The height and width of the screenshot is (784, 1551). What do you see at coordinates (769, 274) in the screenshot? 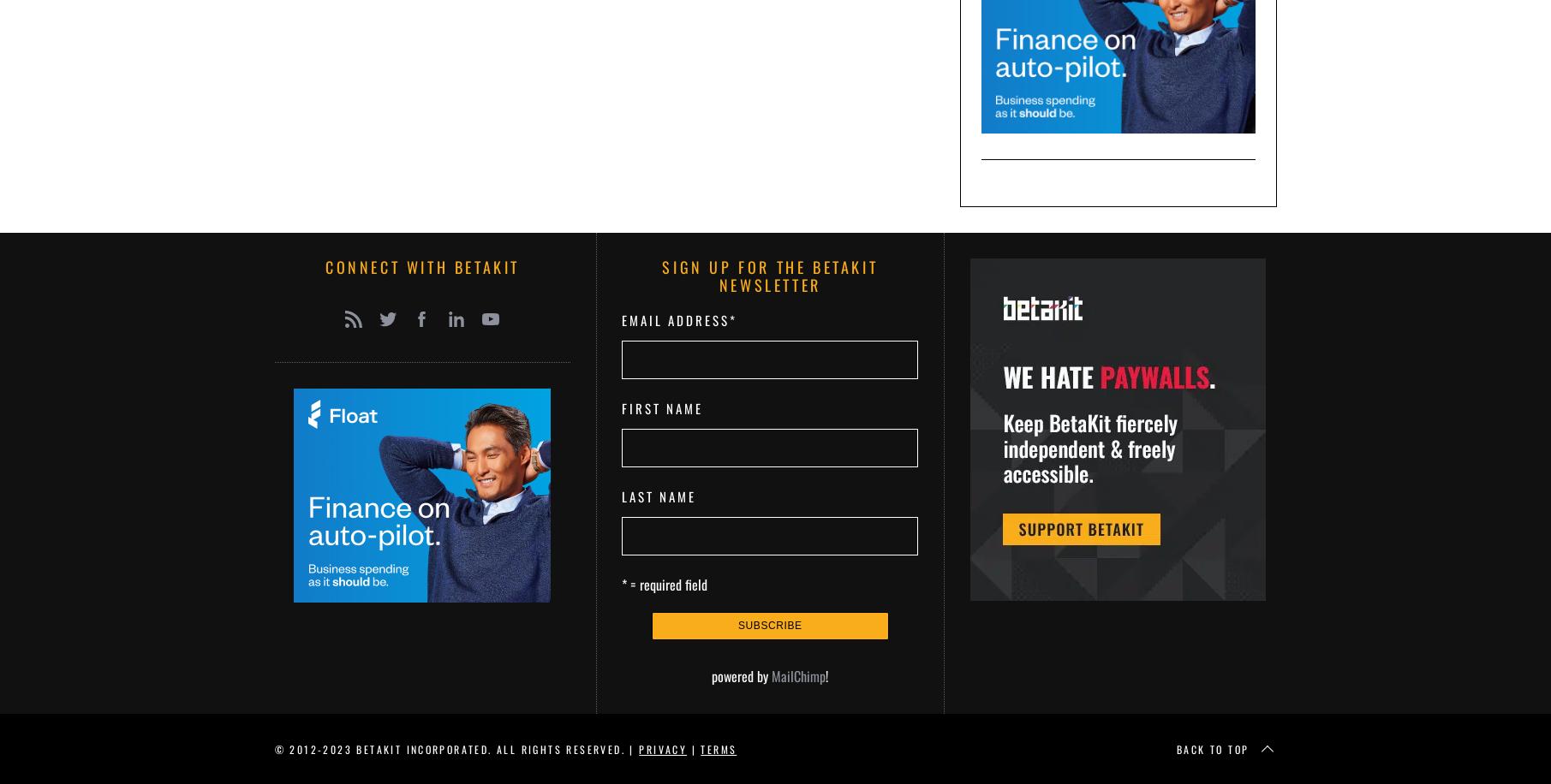
I see `'Sign up for the BetaKit Newsletter'` at bounding box center [769, 274].